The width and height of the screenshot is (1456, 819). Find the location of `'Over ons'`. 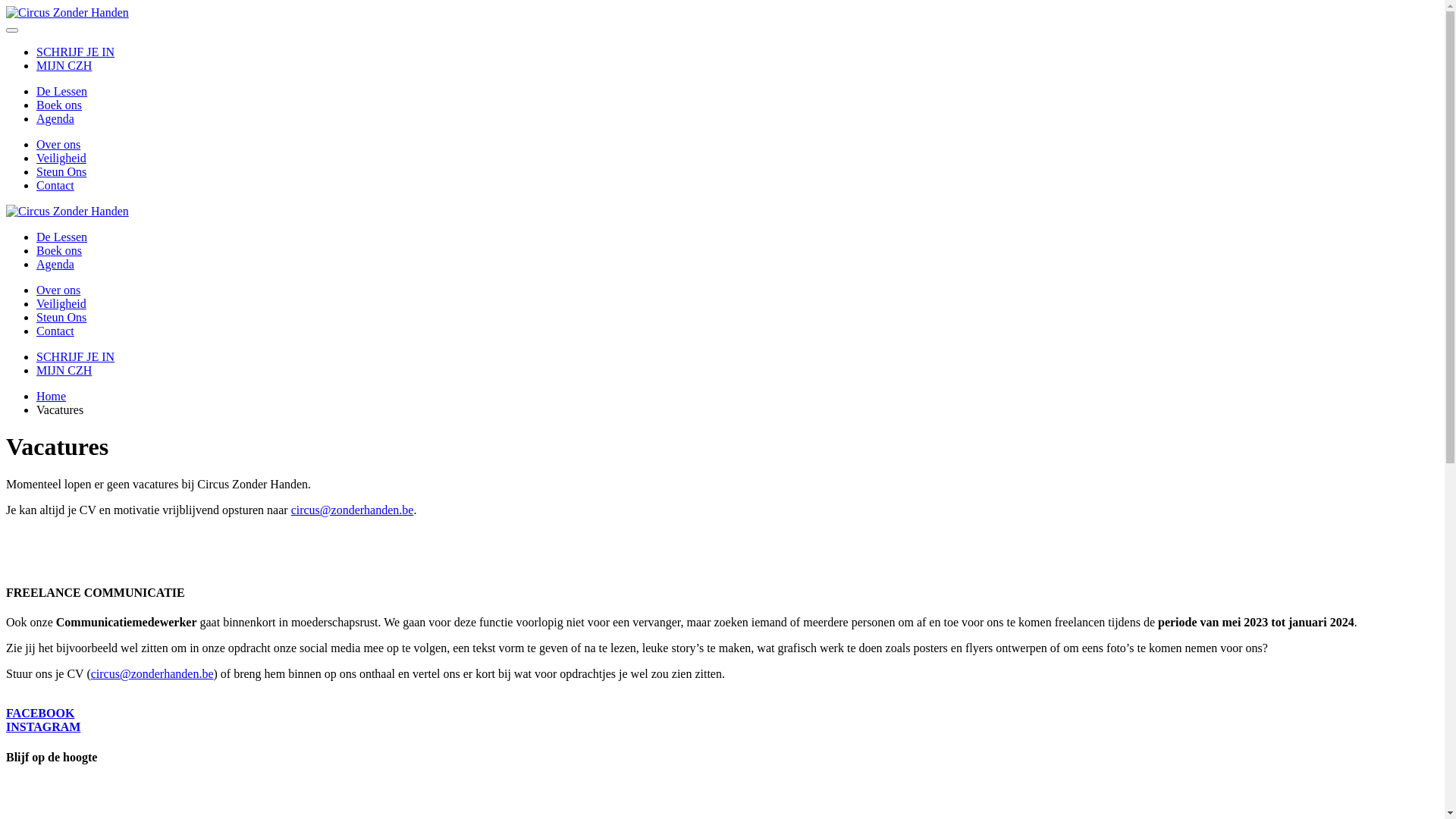

'Over ons' is located at coordinates (58, 144).